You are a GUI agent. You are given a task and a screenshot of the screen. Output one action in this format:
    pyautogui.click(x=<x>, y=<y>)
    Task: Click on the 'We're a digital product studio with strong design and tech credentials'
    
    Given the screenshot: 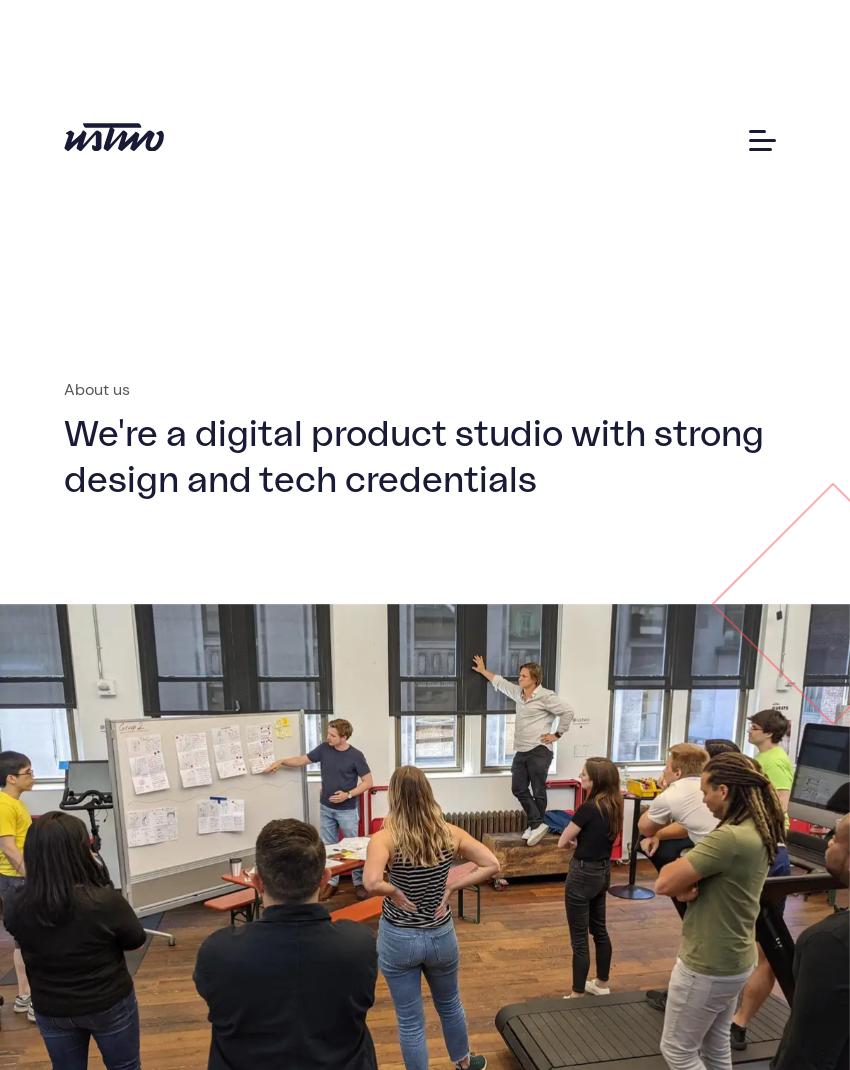 What is the action you would take?
    pyautogui.click(x=413, y=456)
    